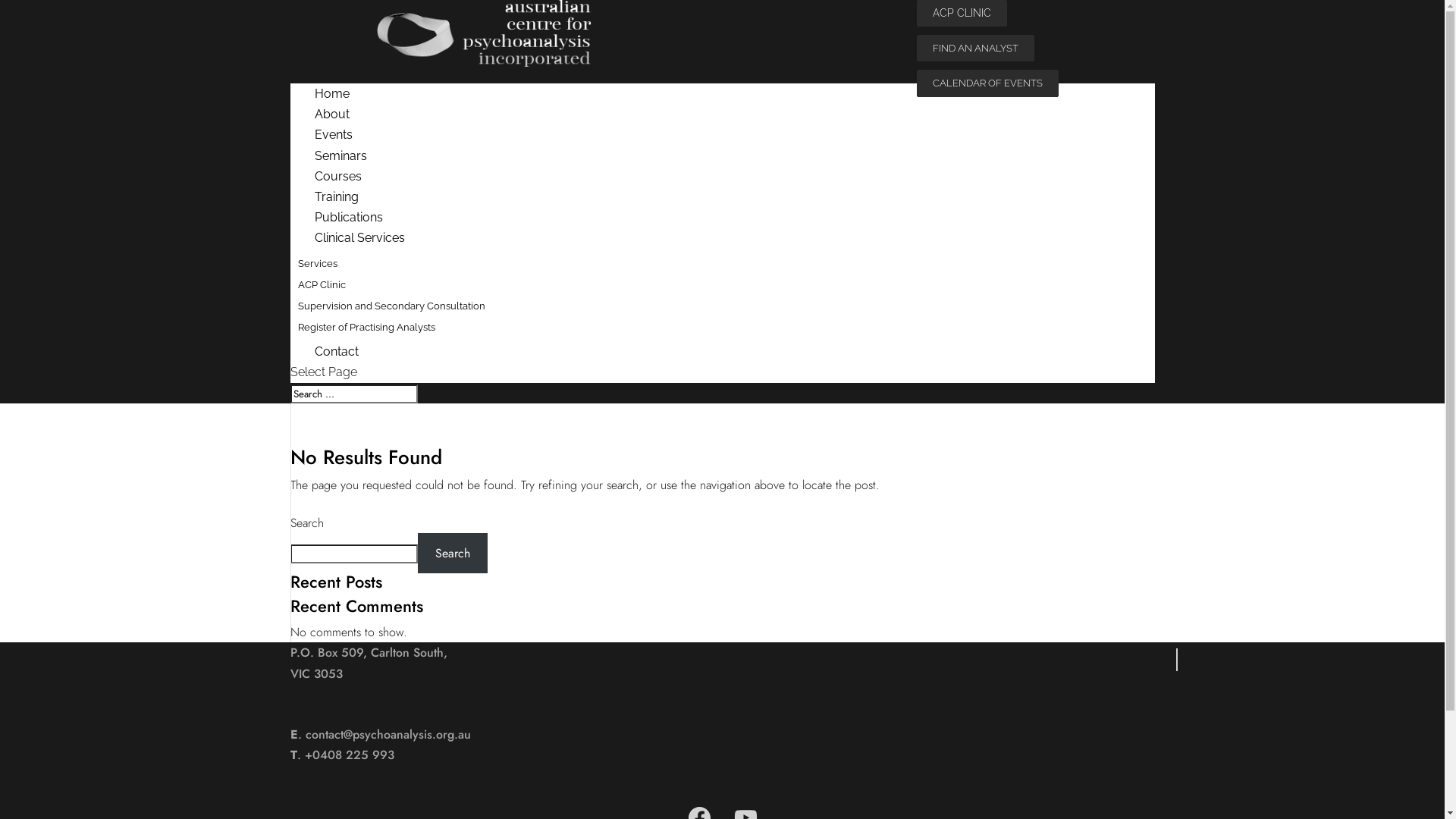 Image resolution: width=1456 pixels, height=819 pixels. Describe the element at coordinates (290, 133) in the screenshot. I see `'Events'` at that location.